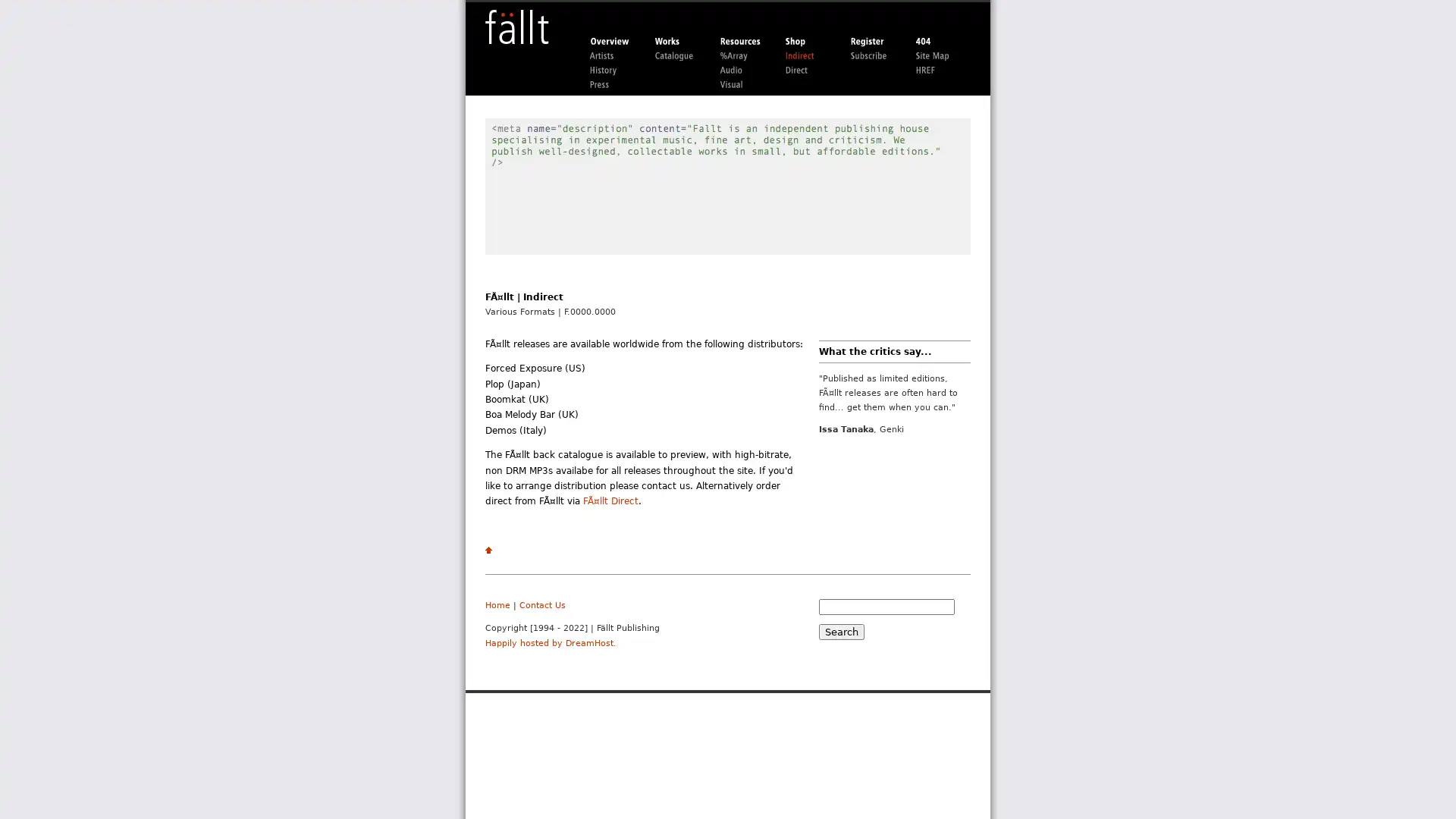 The height and width of the screenshot is (819, 1456). Describe the element at coordinates (840, 631) in the screenshot. I see `Search` at that location.